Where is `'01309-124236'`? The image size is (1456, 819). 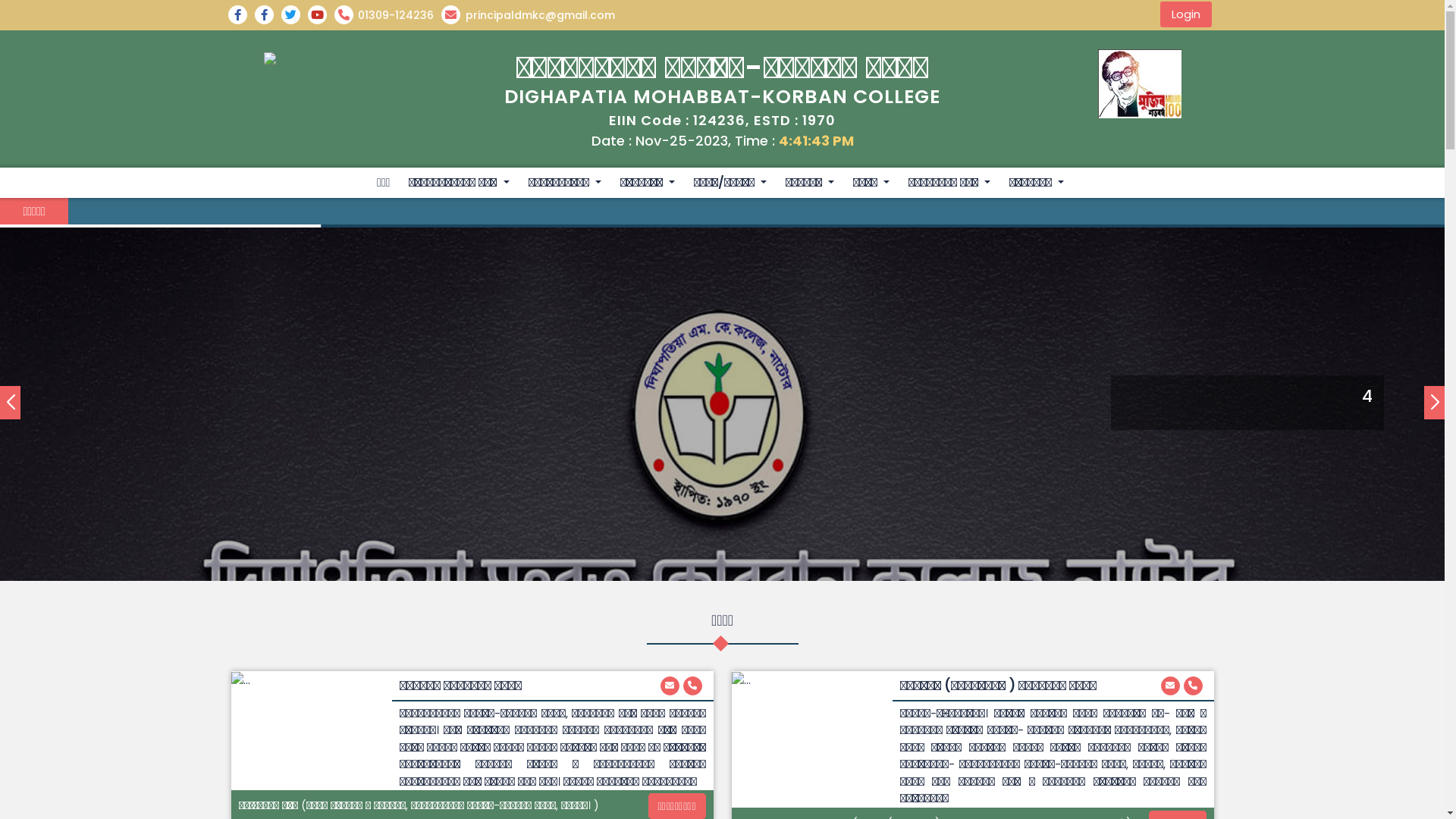 '01309-124236' is located at coordinates (333, 14).